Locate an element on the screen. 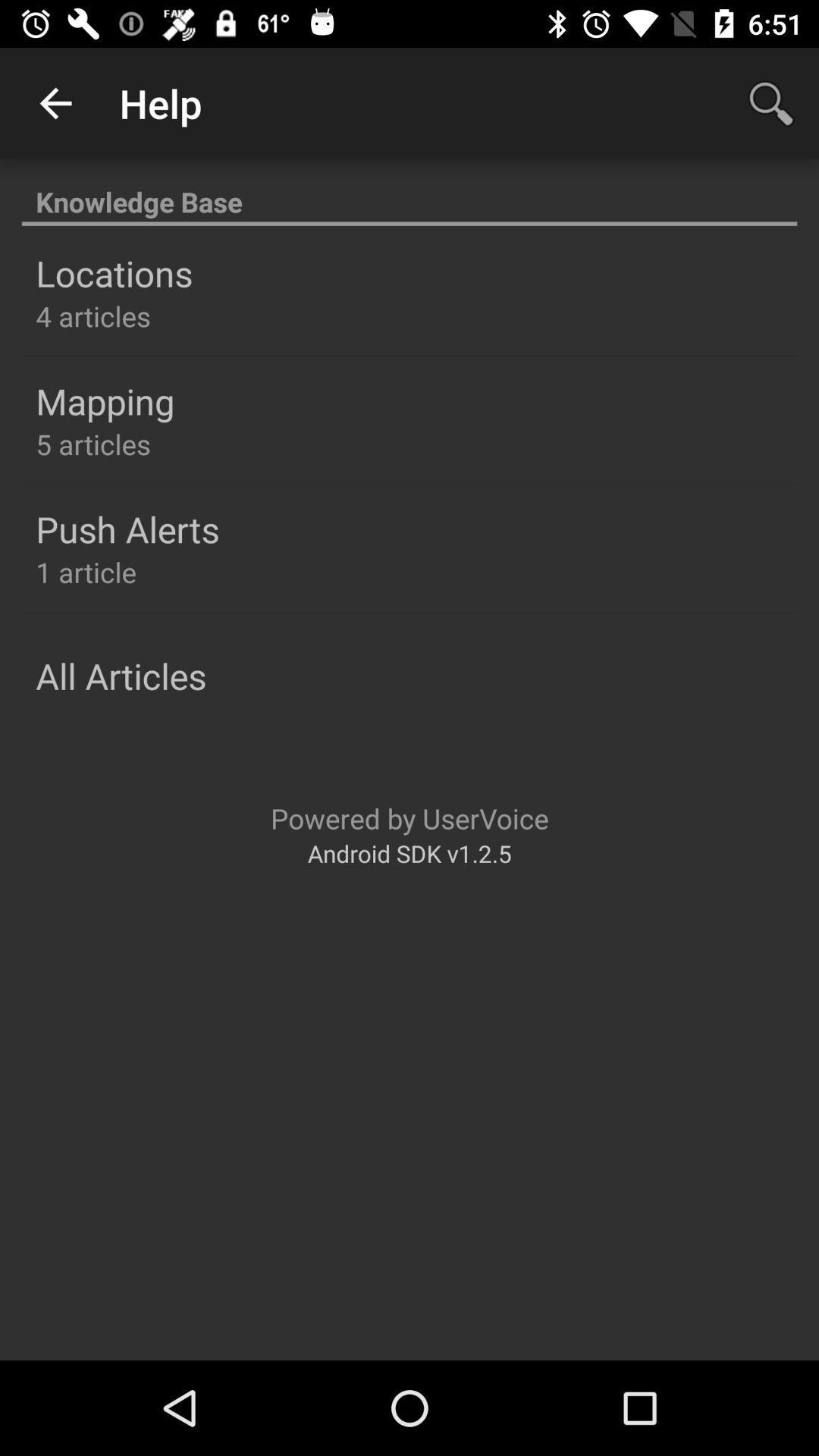 Image resolution: width=819 pixels, height=1456 pixels. the icon above powered by uservoice icon is located at coordinates (120, 675).